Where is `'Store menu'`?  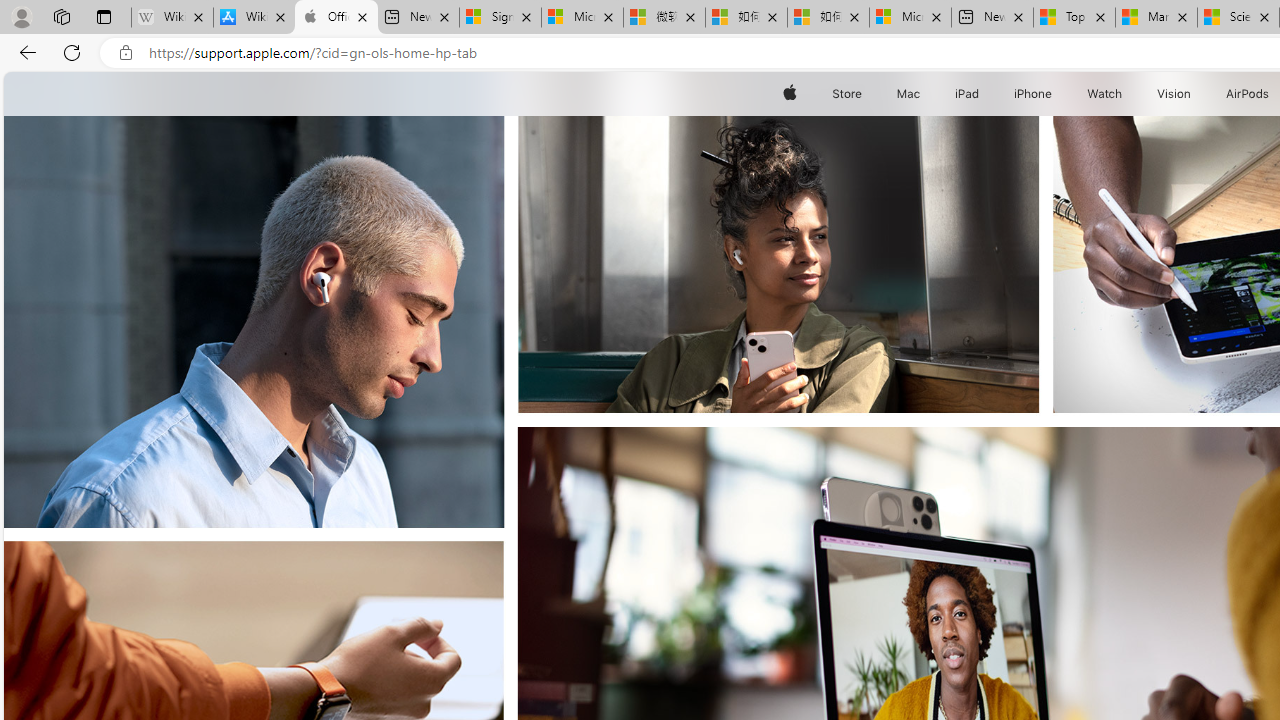 'Store menu' is located at coordinates (865, 93).